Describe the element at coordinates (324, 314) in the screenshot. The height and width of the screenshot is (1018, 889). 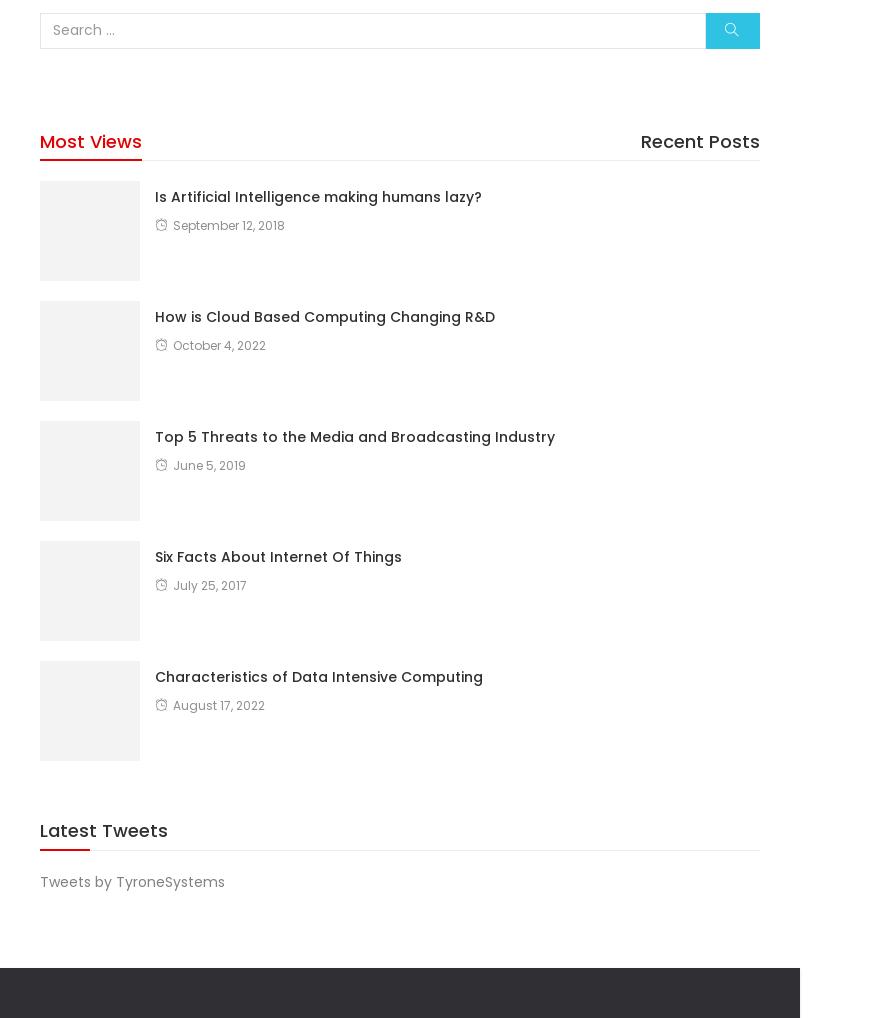
I see `'How is Cloud Based Computing Changing R&D'` at that location.